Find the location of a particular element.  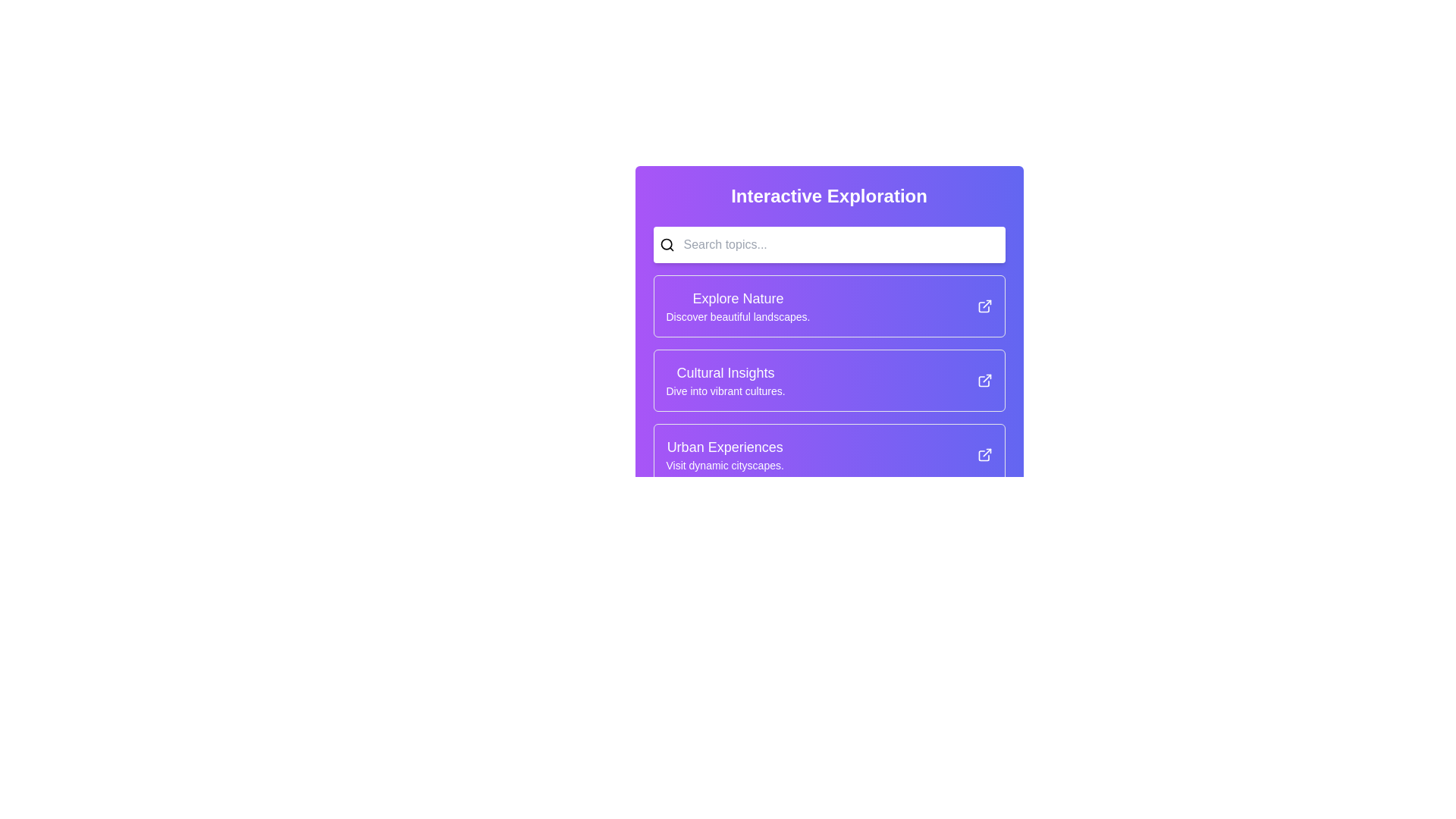

the external link icon located at the far right of the 'Urban Experiences' text block is located at coordinates (984, 454).